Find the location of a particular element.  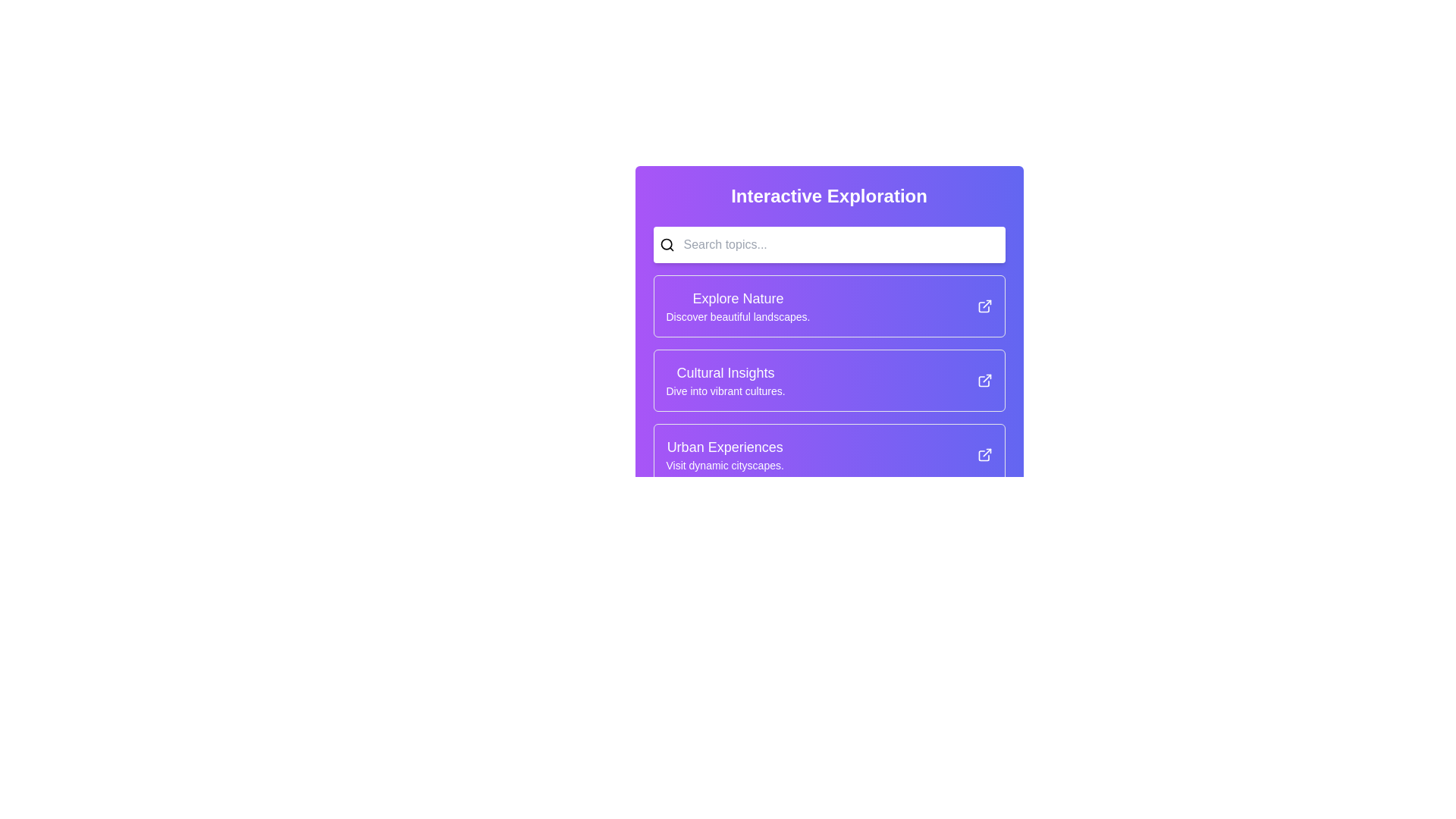

the external link icon located at the far right of the 'Urban Experiences' text block is located at coordinates (984, 454).